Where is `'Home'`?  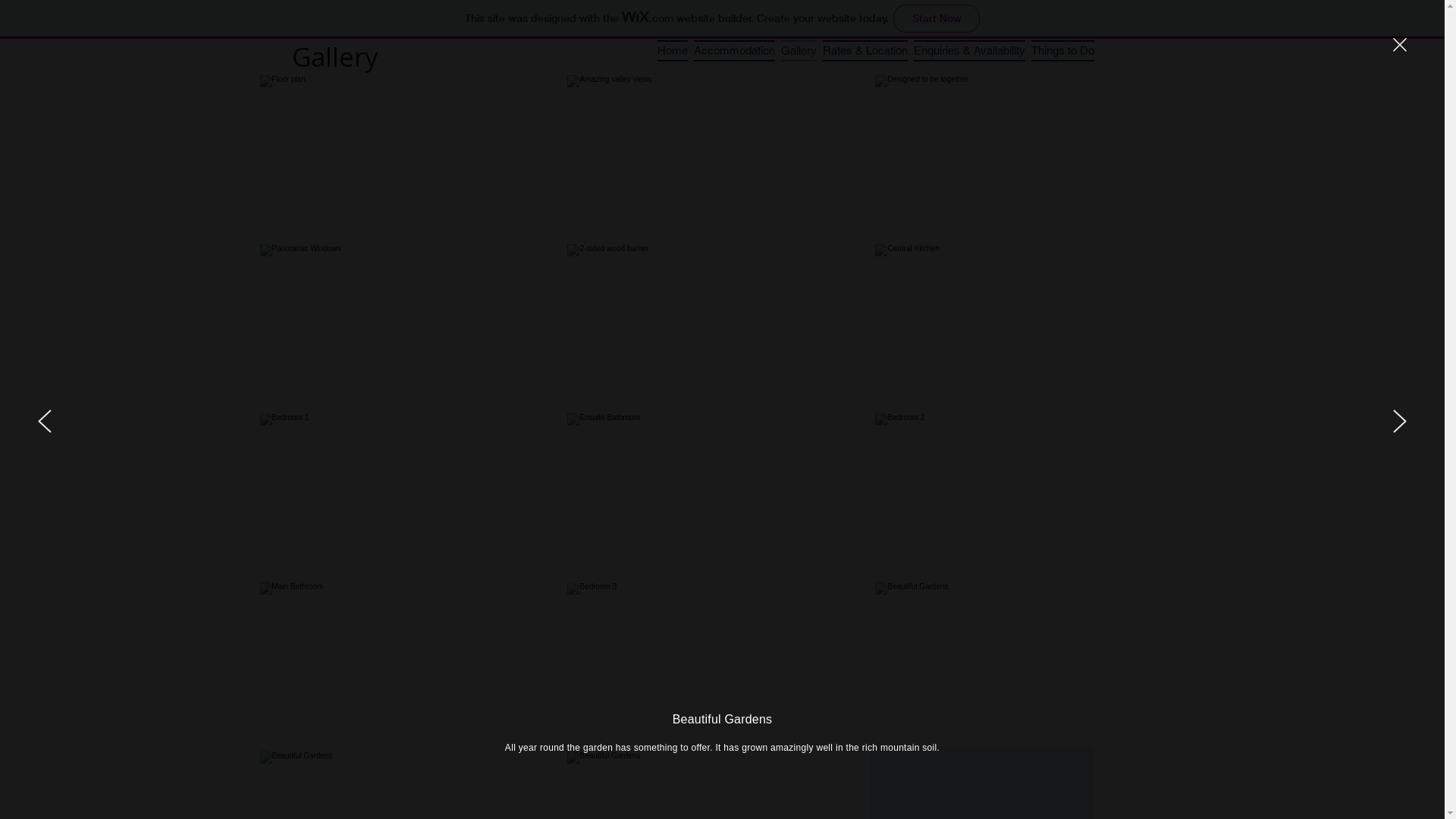 'Home' is located at coordinates (671, 49).